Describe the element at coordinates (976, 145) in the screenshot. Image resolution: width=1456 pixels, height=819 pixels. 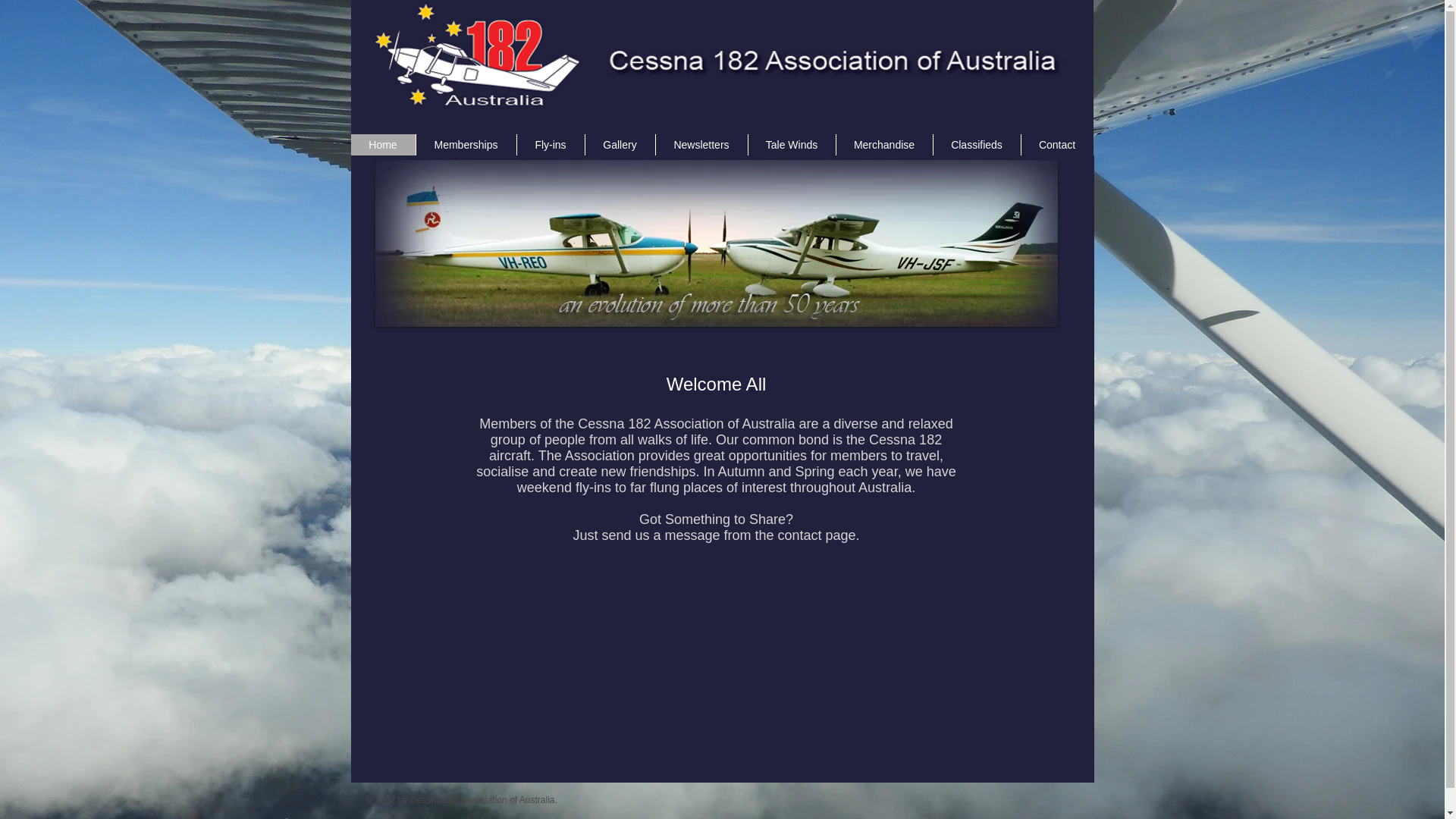
I see `'Classifieds'` at that location.